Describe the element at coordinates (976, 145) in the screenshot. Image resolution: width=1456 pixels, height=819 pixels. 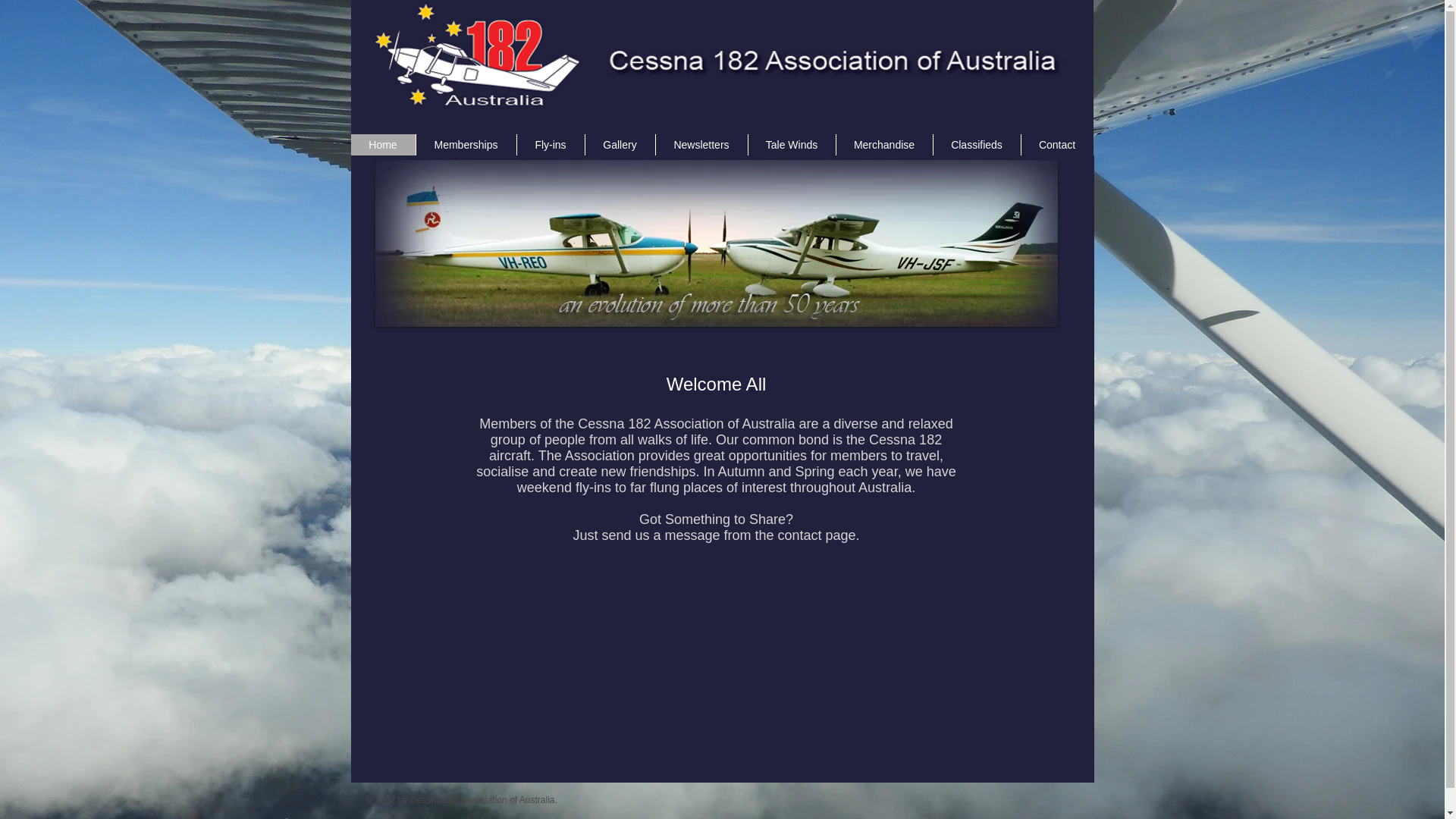
I see `'Classifieds'` at that location.